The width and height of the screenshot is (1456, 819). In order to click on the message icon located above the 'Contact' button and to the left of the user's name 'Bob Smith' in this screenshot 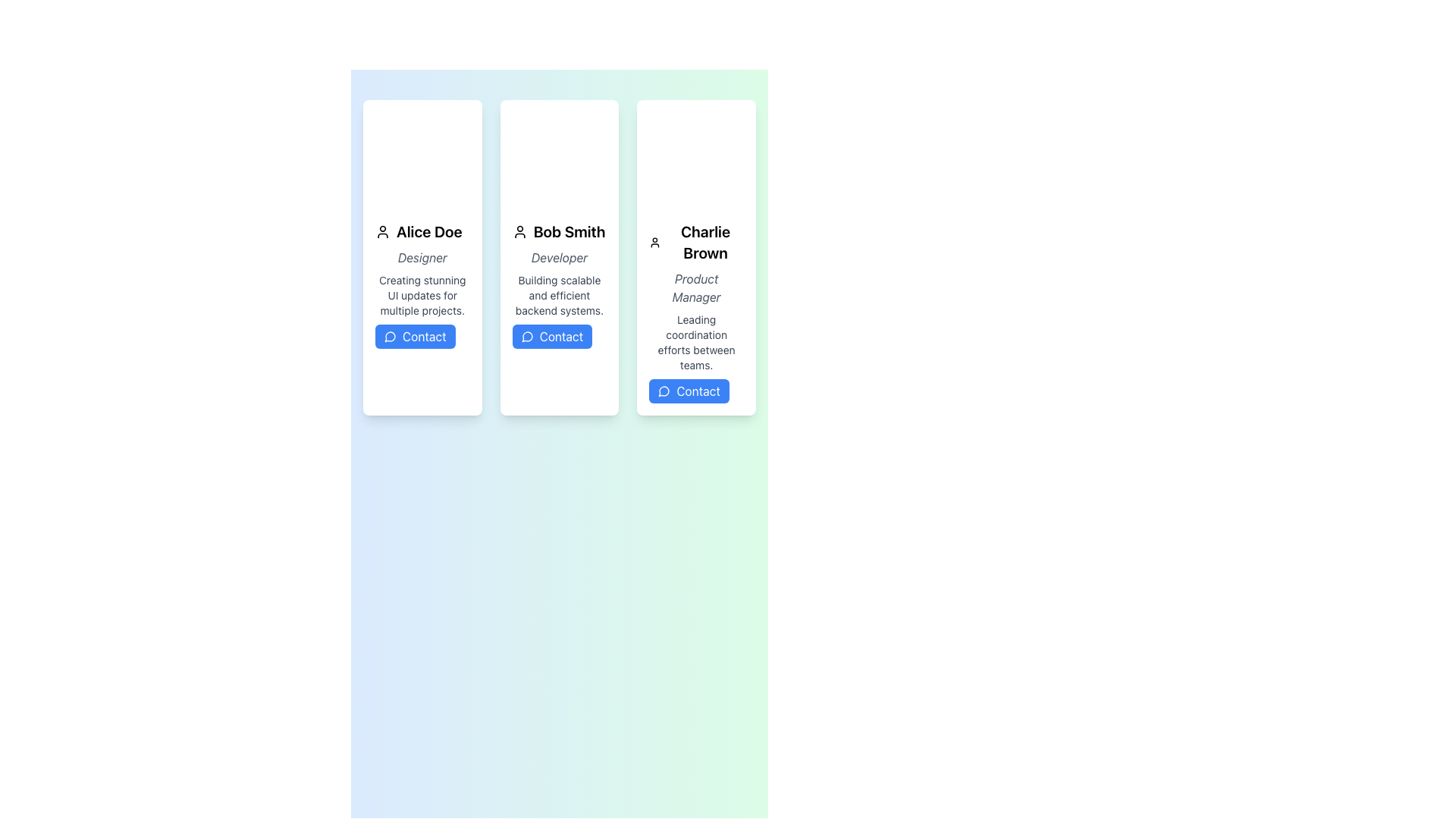, I will do `click(527, 335)`.